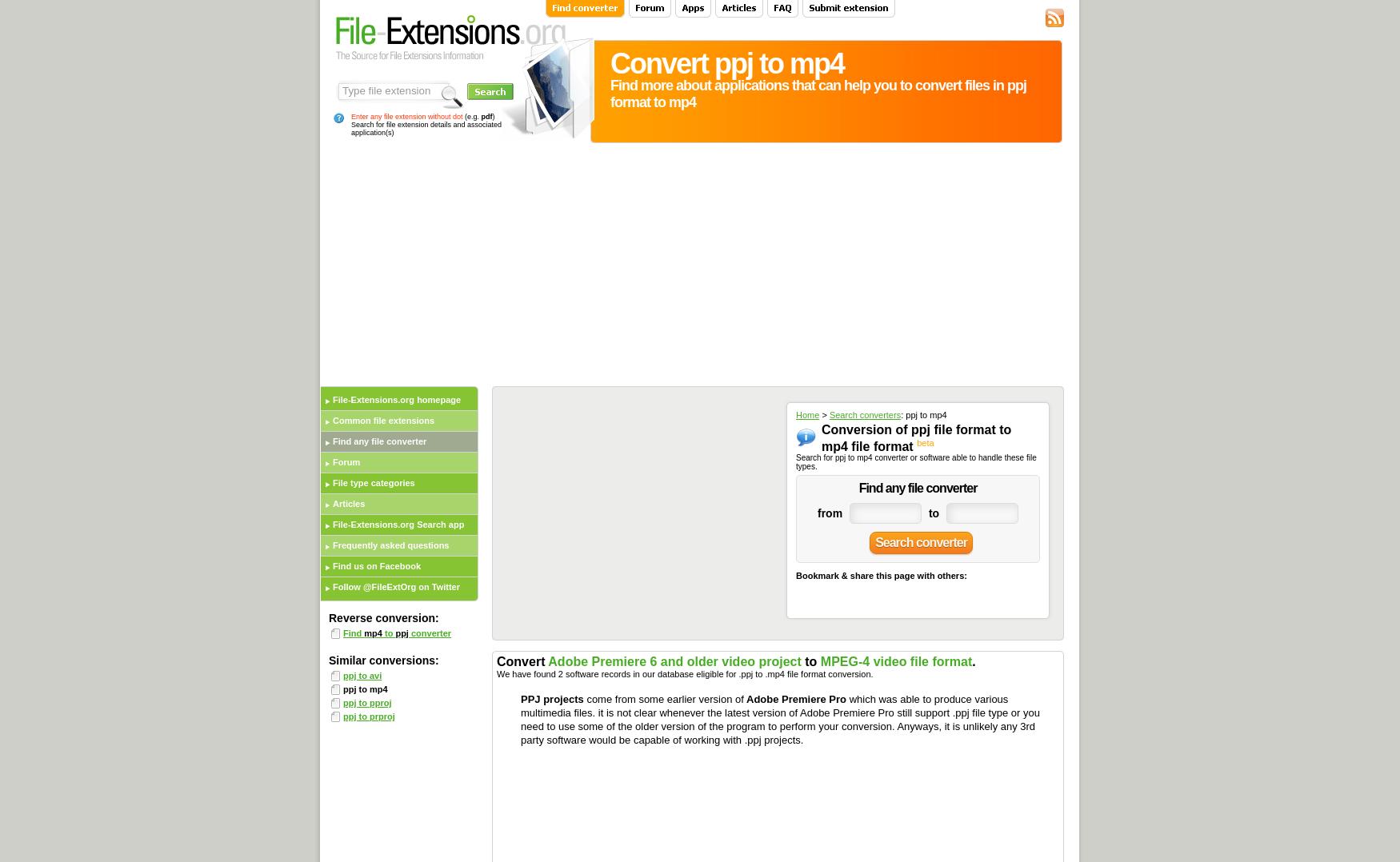  Describe the element at coordinates (383, 660) in the screenshot. I see `'Similar conversions:'` at that location.